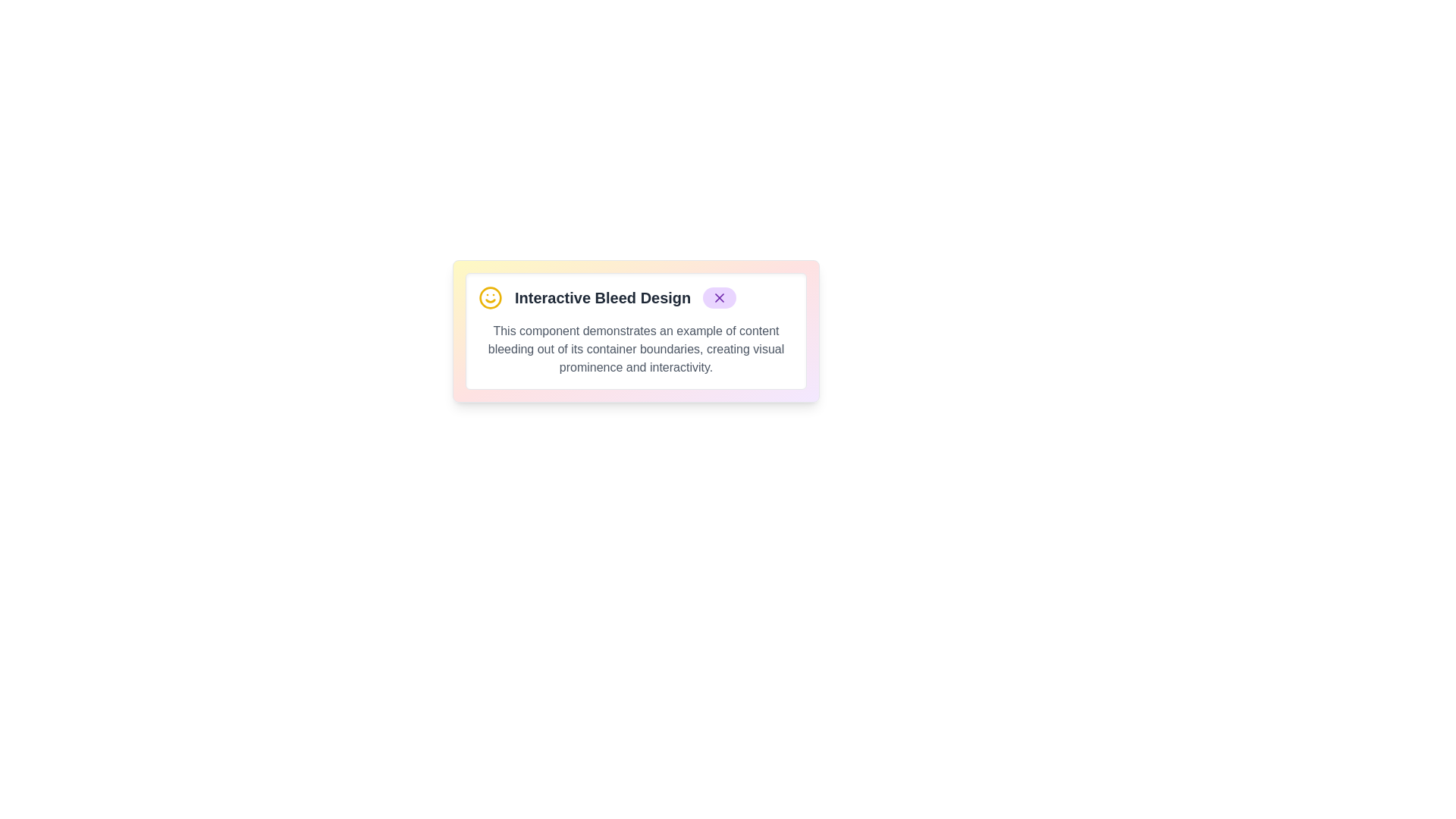 This screenshot has height=819, width=1456. I want to click on the 'Interactive Bleed Design' text label for accessibility navigation, so click(602, 298).